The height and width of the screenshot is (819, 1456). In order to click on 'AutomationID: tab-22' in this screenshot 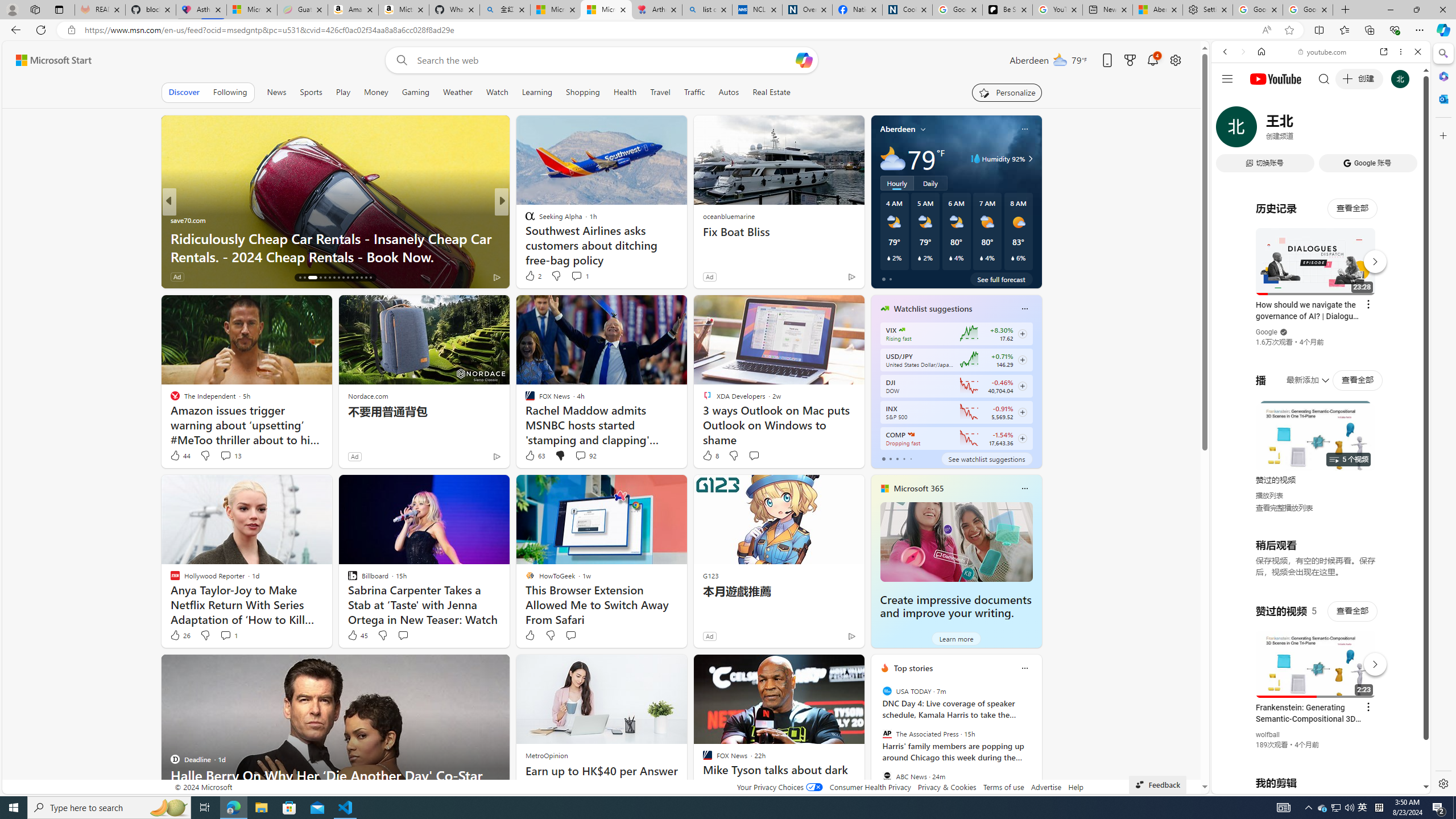, I will do `click(334, 277)`.